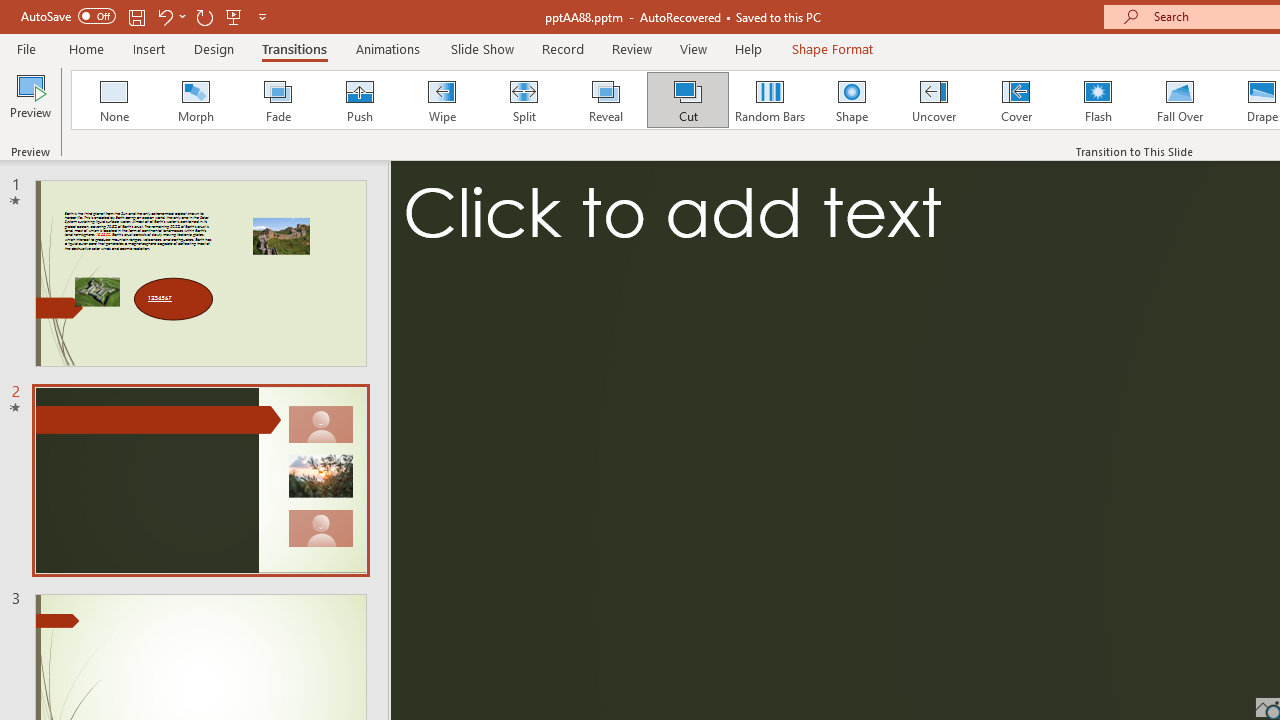  I want to click on 'Cover', so click(1016, 100).